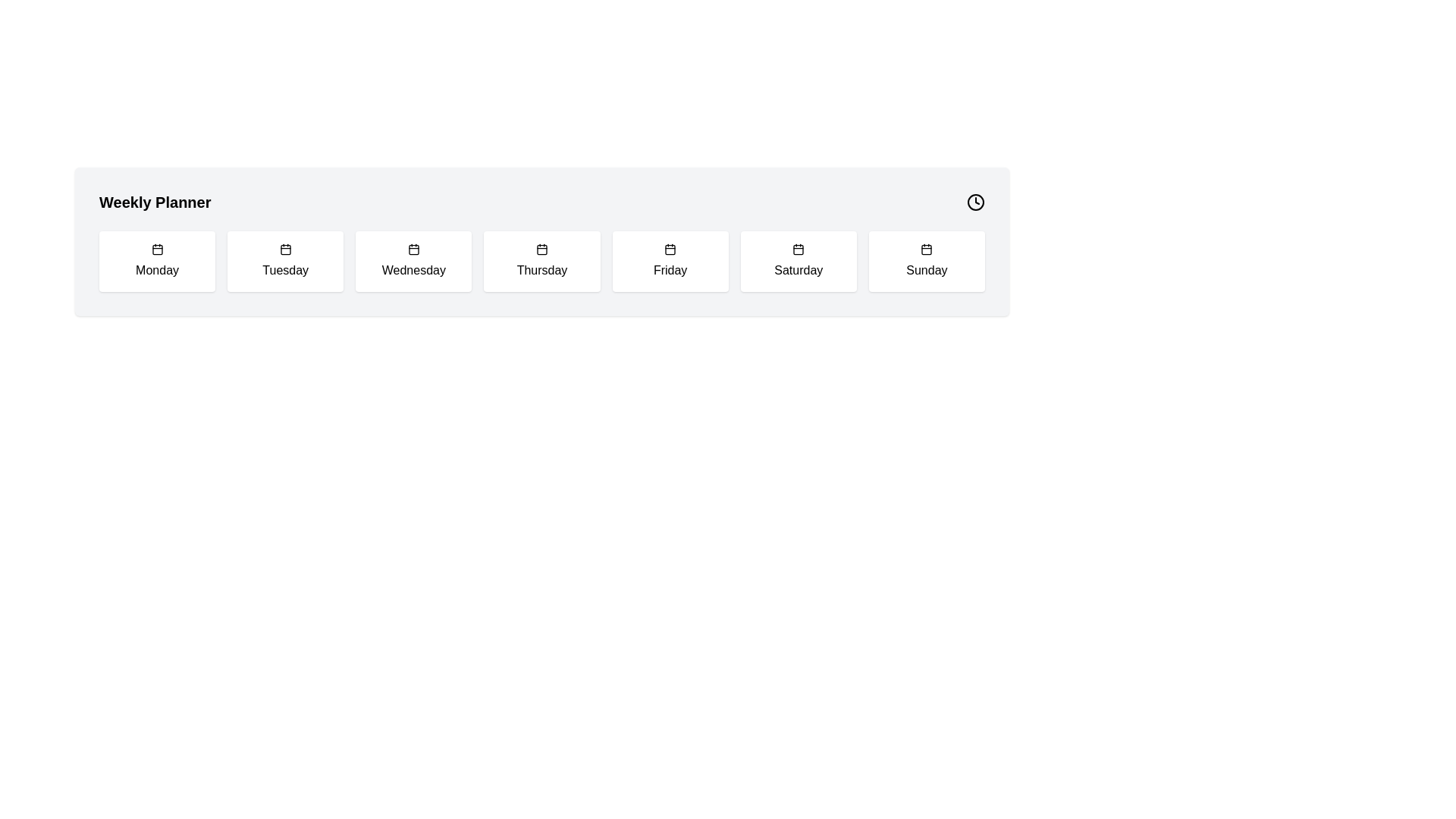 The image size is (1456, 819). What do you see at coordinates (542, 260) in the screenshot?
I see `the day card in the weekly planner grid layout` at bounding box center [542, 260].